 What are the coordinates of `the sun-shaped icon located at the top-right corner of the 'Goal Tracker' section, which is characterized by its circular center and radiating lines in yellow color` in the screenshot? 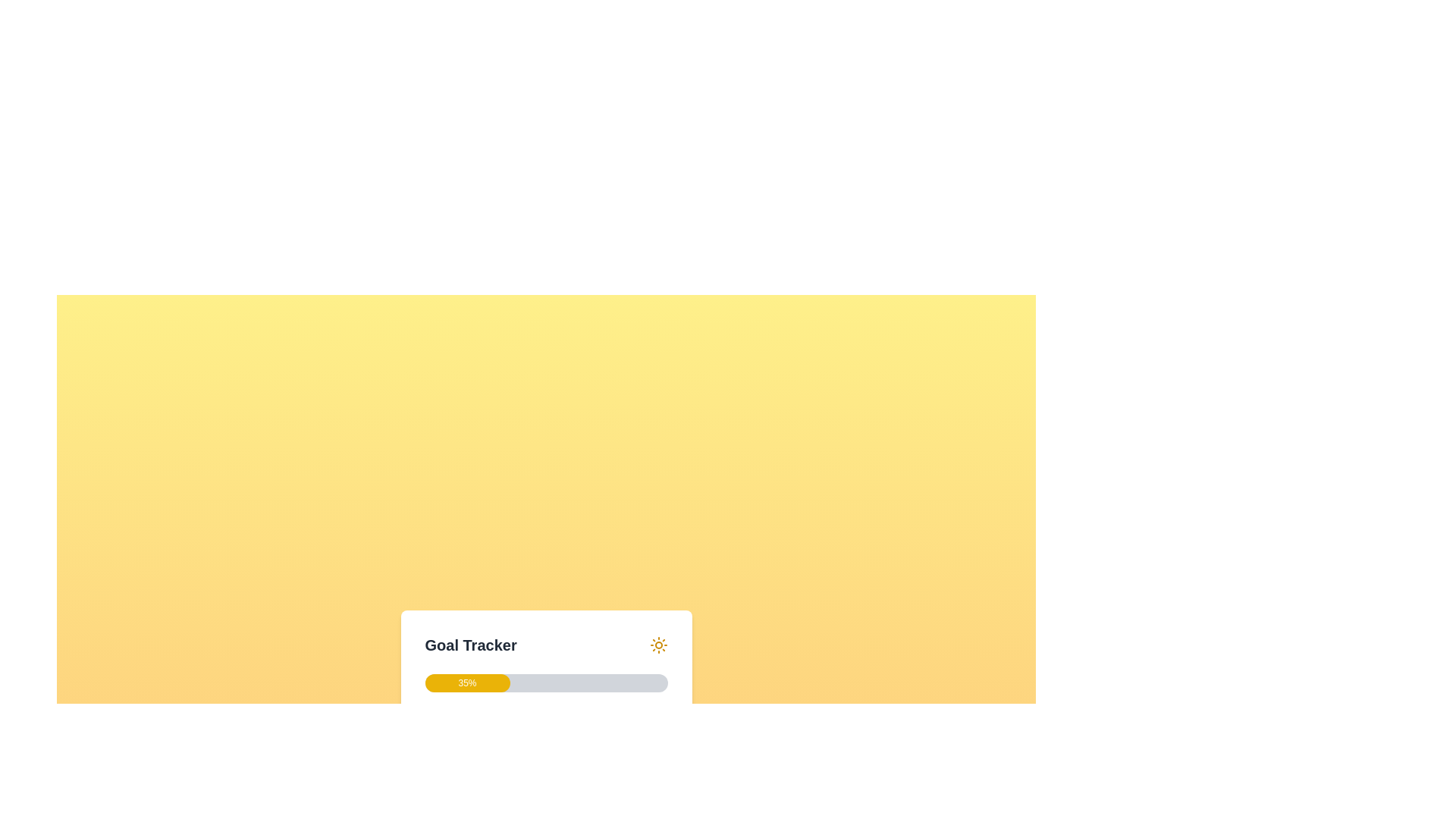 It's located at (658, 645).